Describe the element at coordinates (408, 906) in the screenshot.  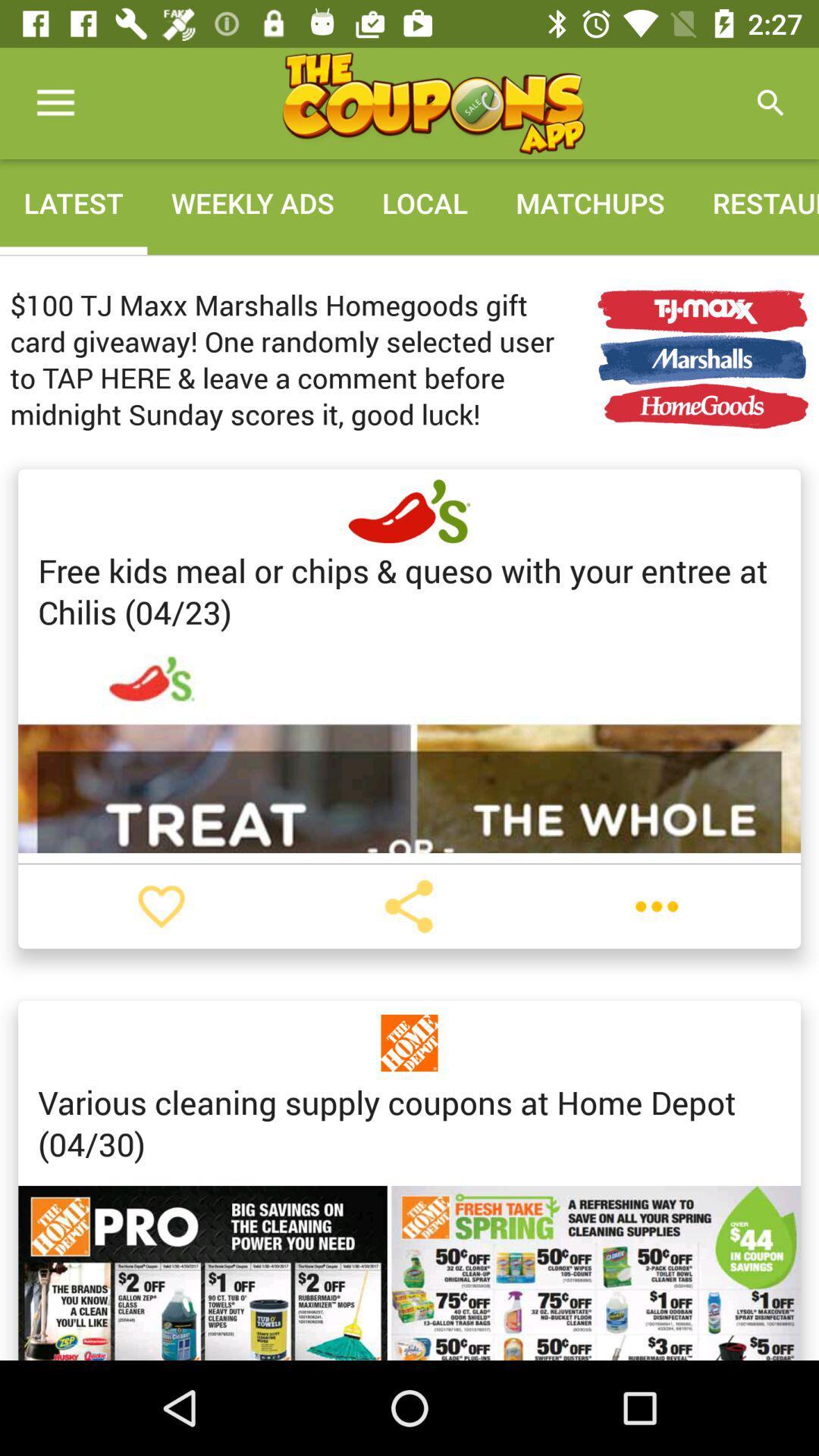
I see `share this coupon` at that location.